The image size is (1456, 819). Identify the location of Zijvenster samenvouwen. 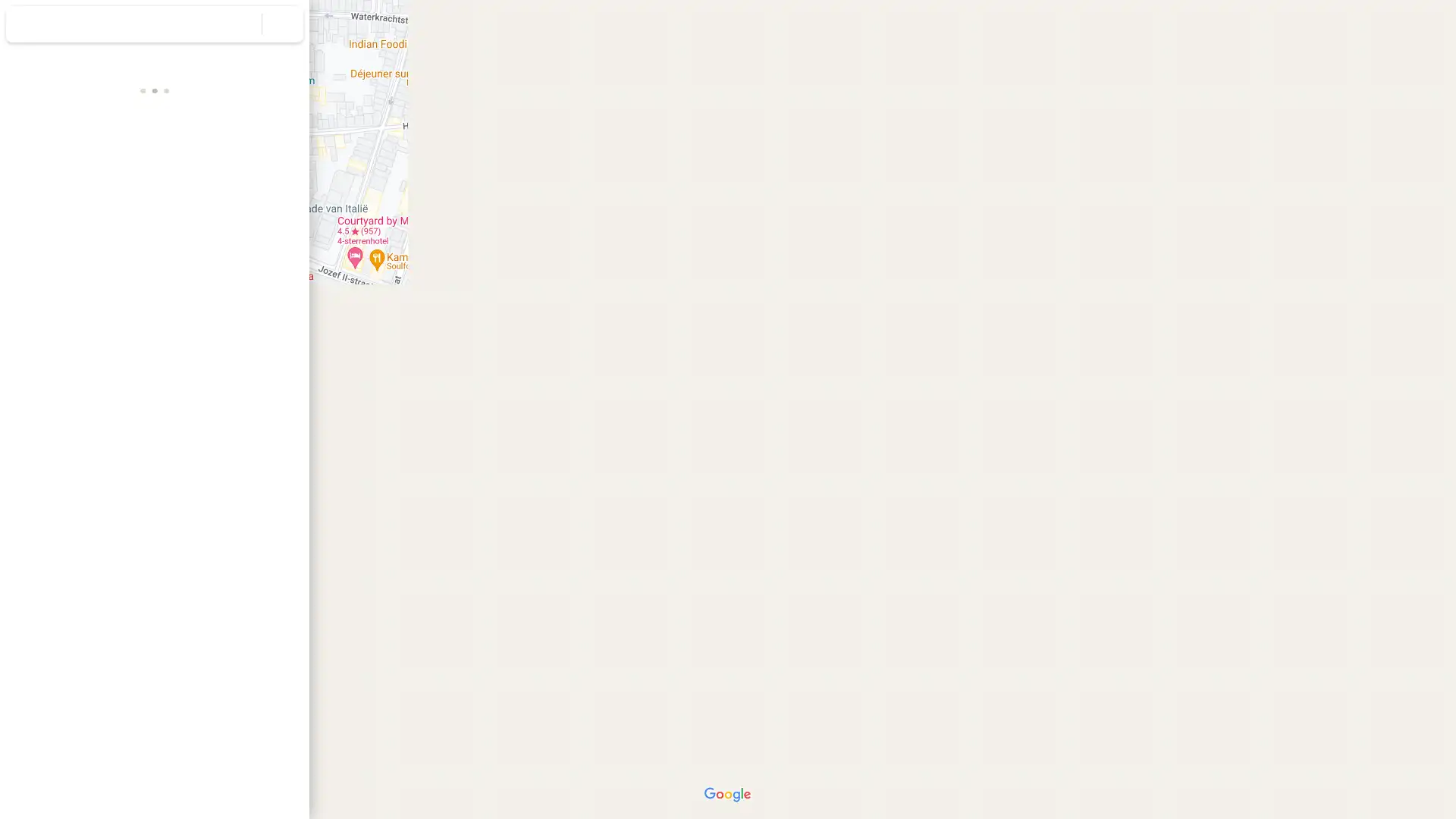
(317, 409).